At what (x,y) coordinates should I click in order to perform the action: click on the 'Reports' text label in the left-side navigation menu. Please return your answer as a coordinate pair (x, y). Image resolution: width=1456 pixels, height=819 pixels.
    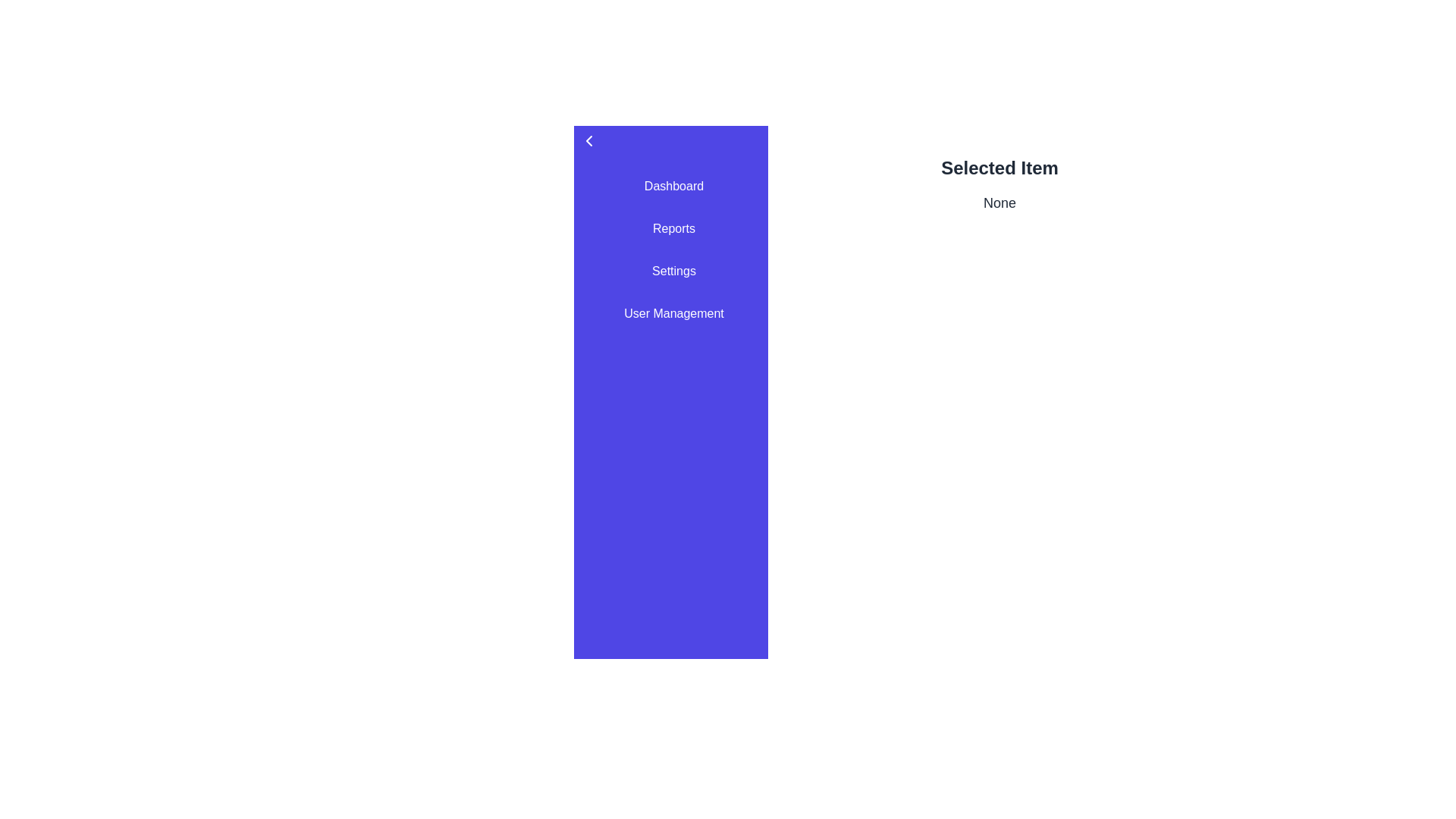
    Looking at the image, I should click on (673, 228).